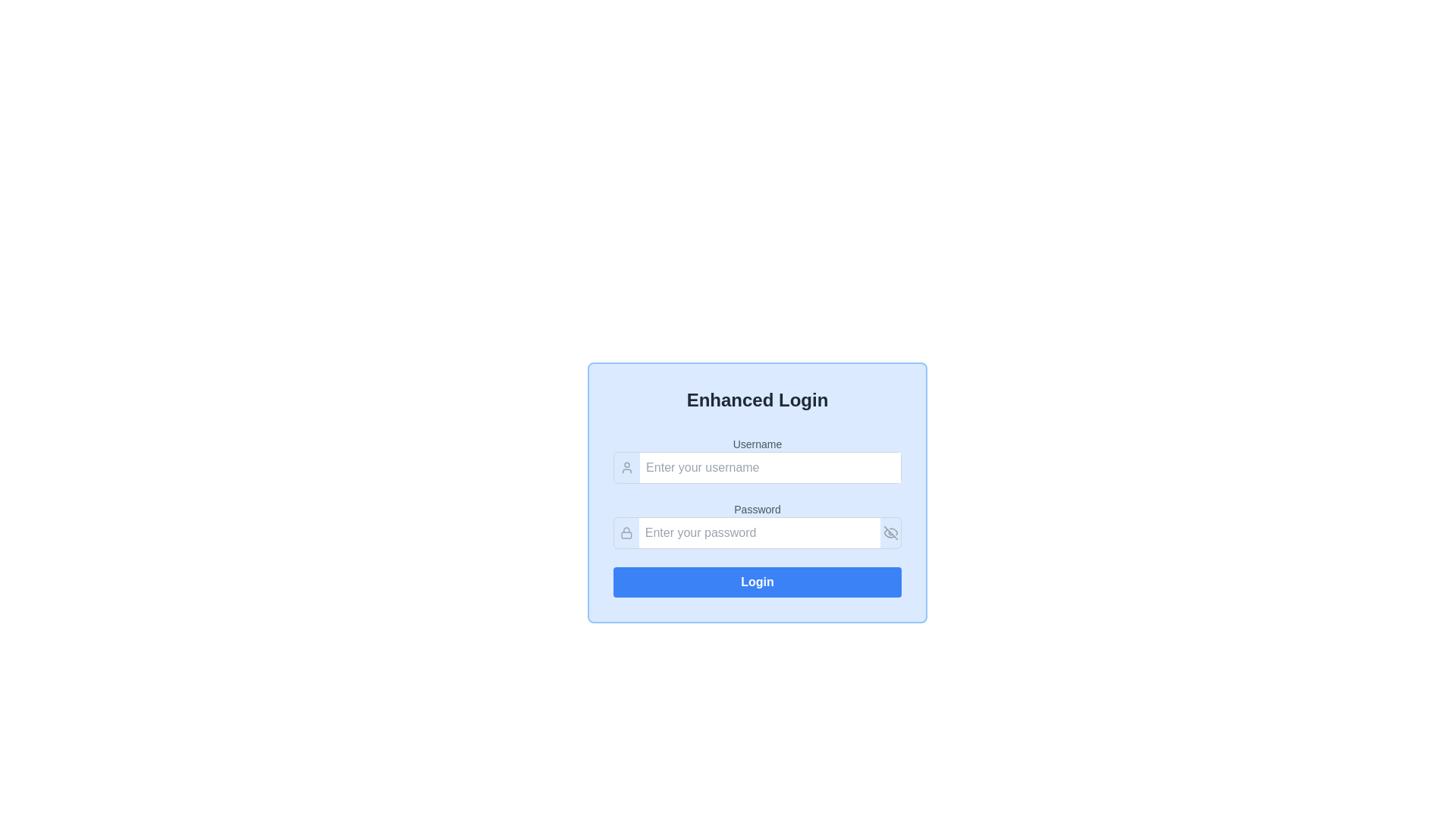 The width and height of the screenshot is (1456, 819). What do you see at coordinates (757, 444) in the screenshot?
I see `the 'Username' label, which is a small-to-medium gray font text descriptor located directly above the input field and user icon` at bounding box center [757, 444].